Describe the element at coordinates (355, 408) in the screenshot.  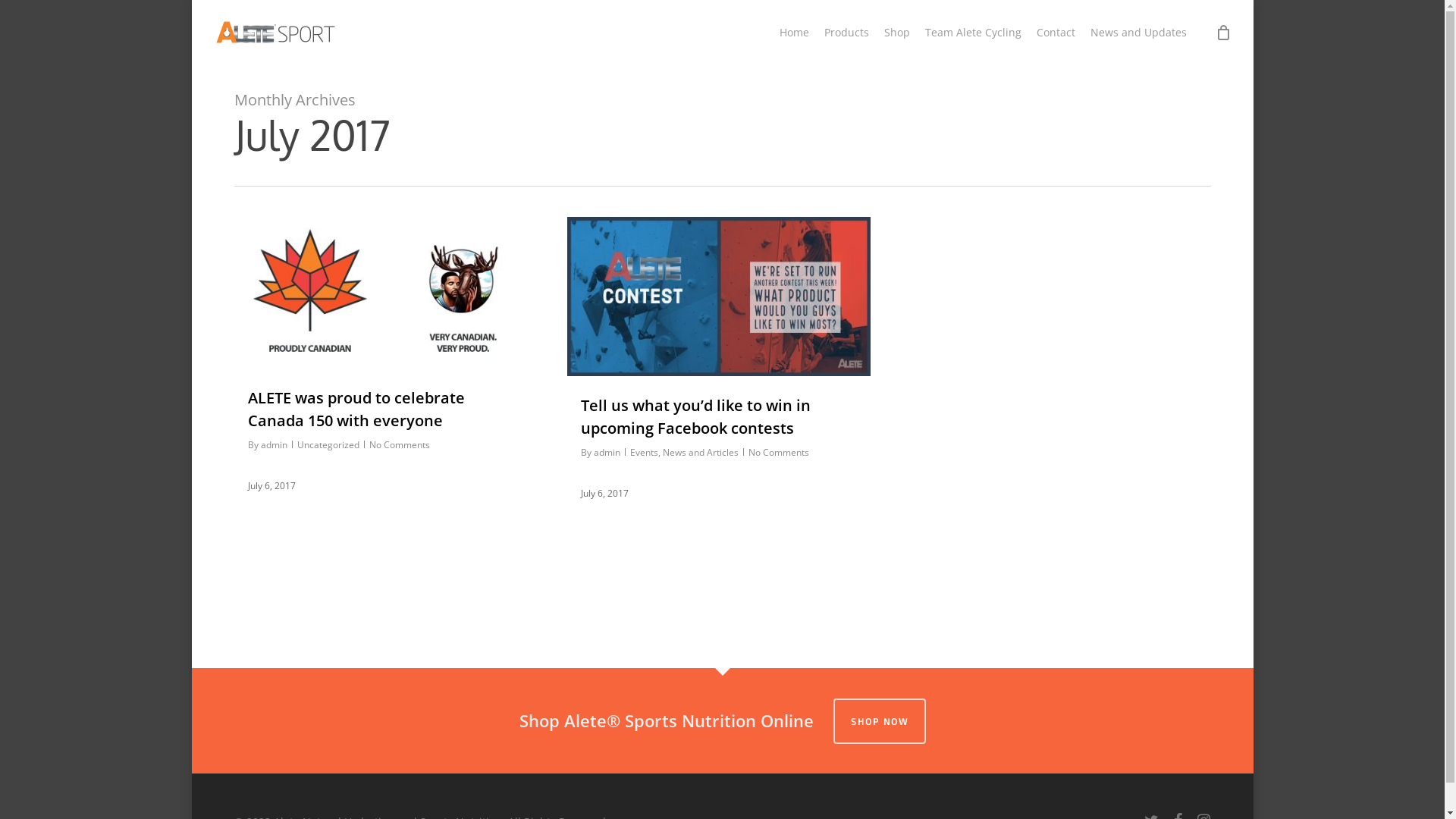
I see `'ALETE was proud to celebrate Canada 150 with everyone'` at that location.